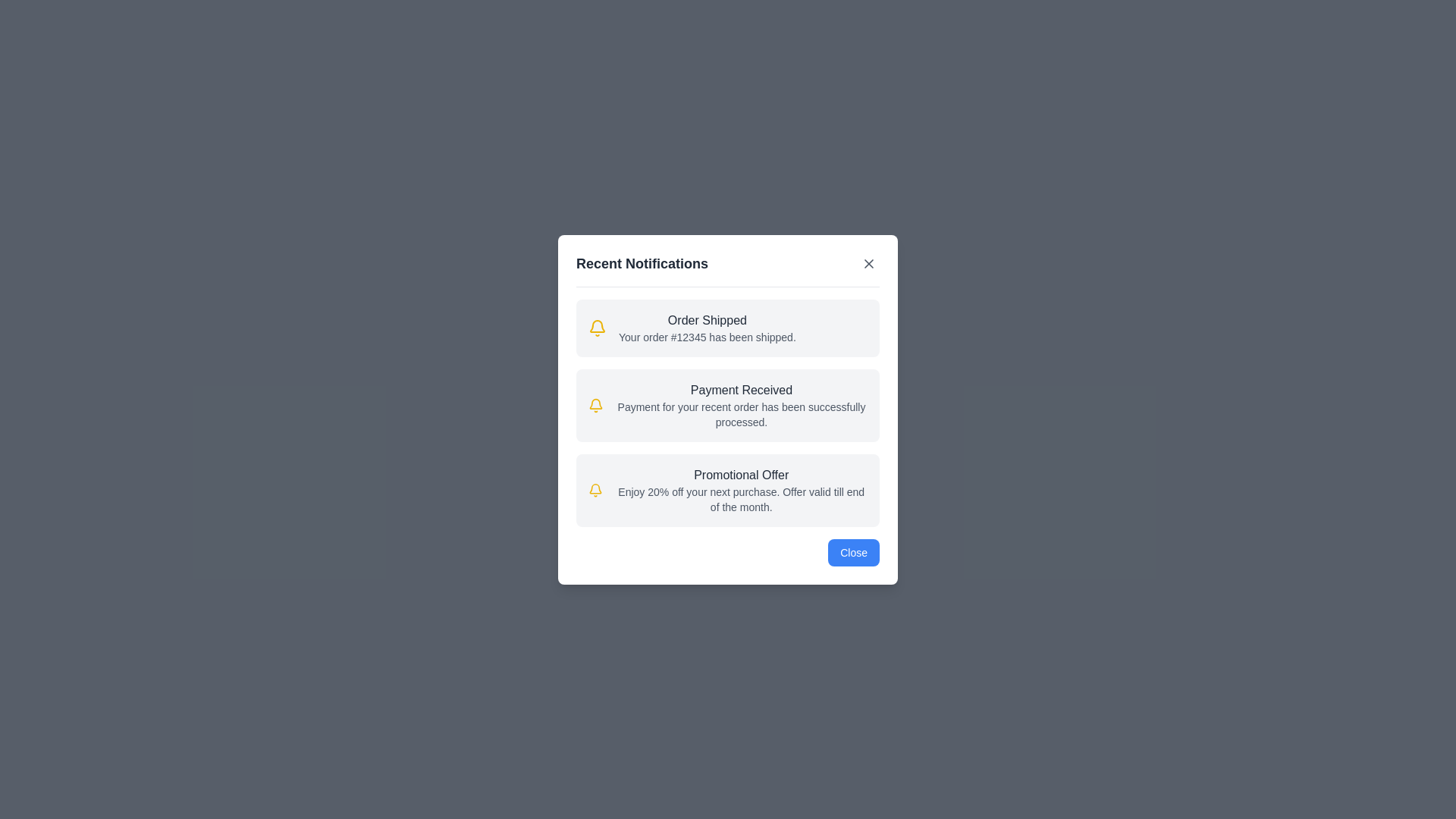 The image size is (1456, 819). Describe the element at coordinates (728, 327) in the screenshot. I see `the notification item to read its details` at that location.